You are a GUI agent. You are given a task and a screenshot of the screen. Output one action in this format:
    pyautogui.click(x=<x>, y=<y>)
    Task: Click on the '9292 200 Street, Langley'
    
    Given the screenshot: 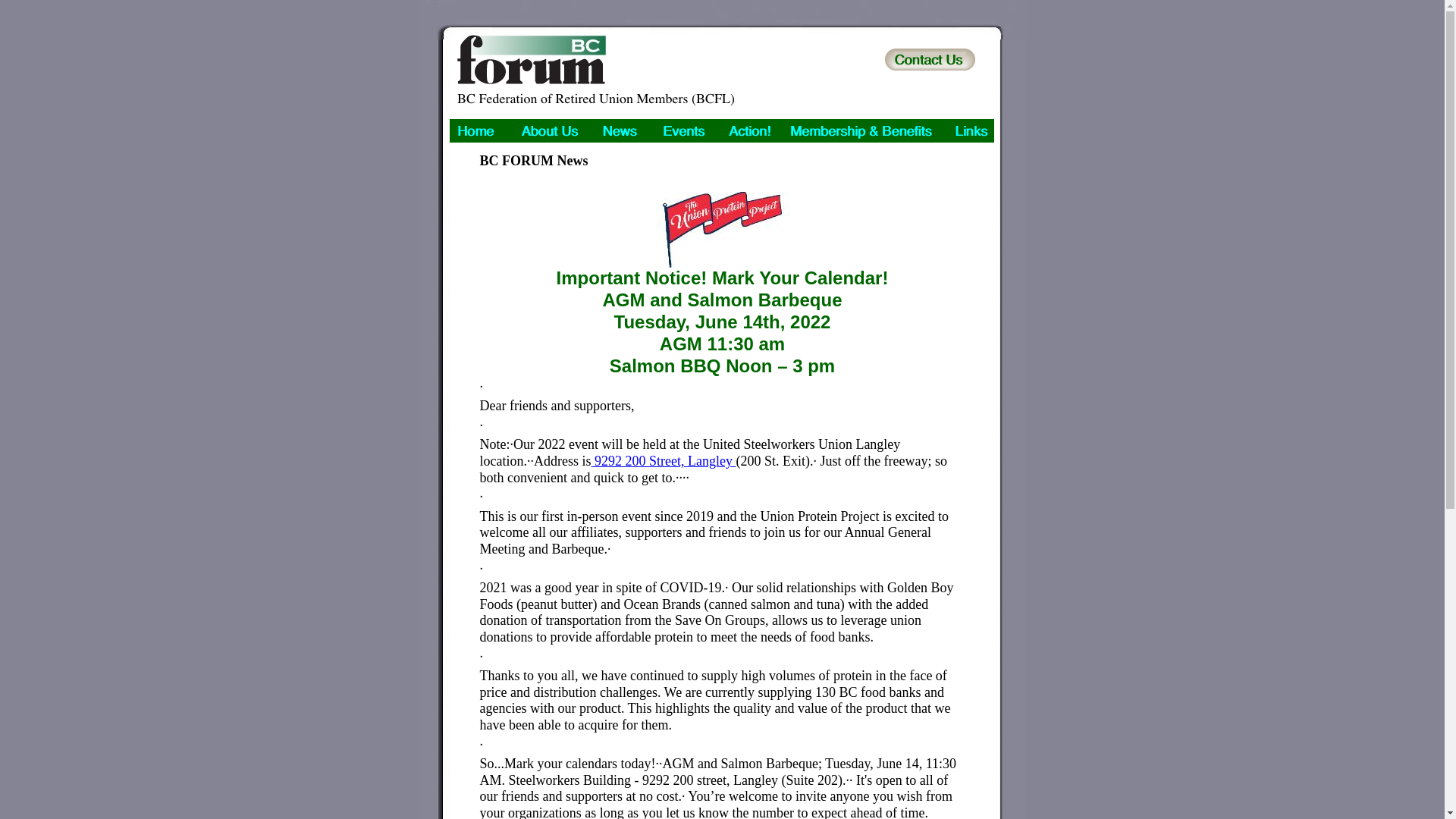 What is the action you would take?
    pyautogui.click(x=663, y=460)
    